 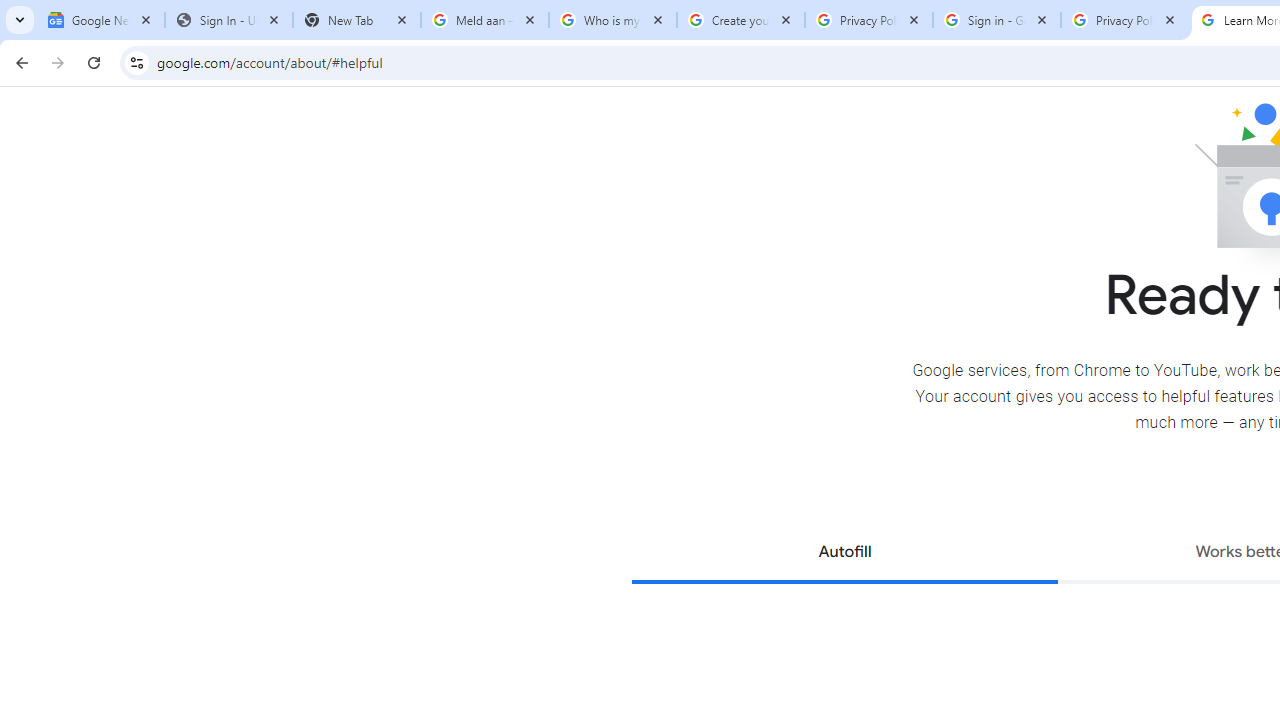 What do you see at coordinates (612, 20) in the screenshot?
I see `'Who is my administrator? - Google Account Help'` at bounding box center [612, 20].